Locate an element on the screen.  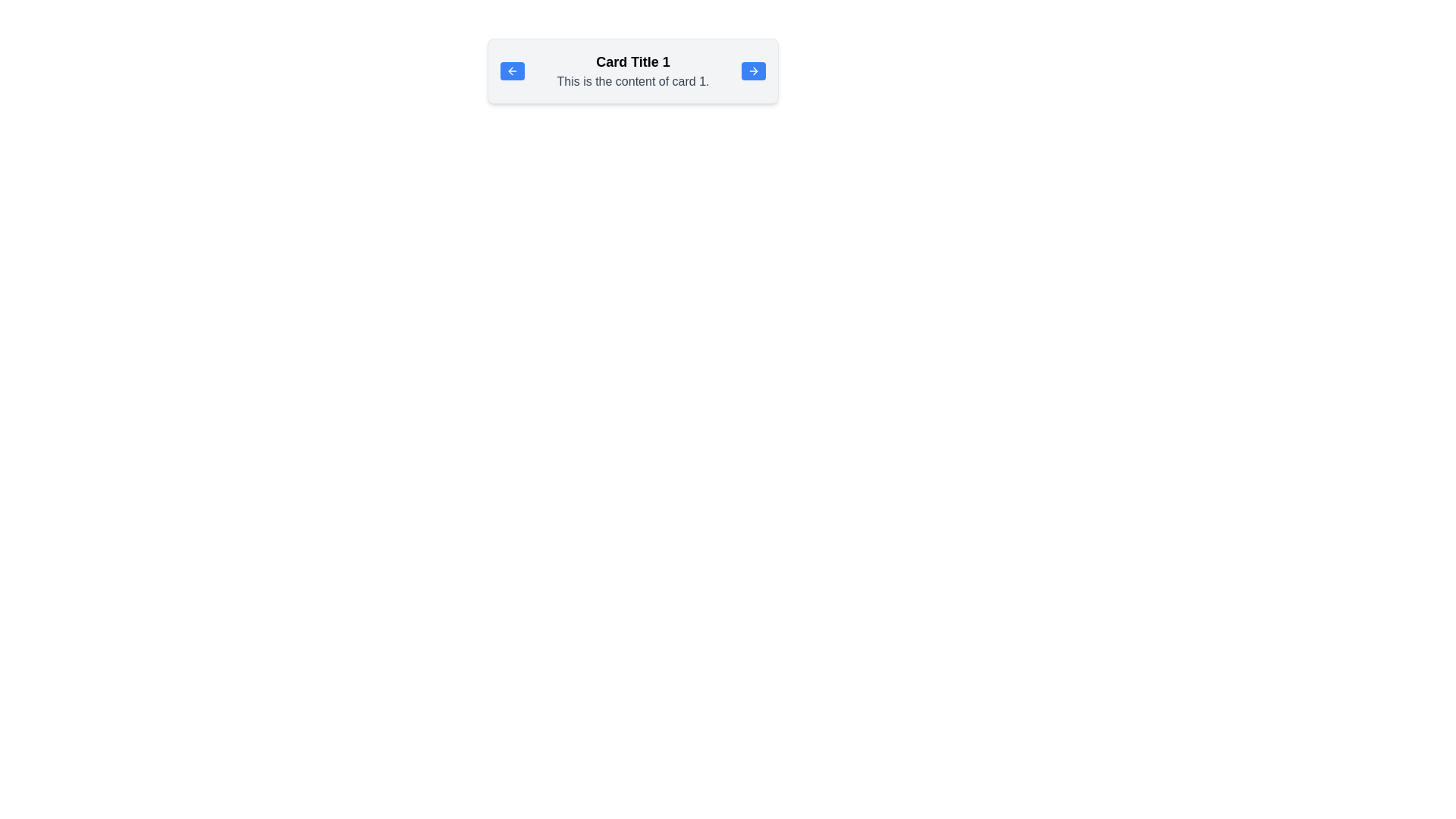
text content of the text block displaying 'This is the content of card 1.' which is styled in gray and located below the title 'Card Title 1' is located at coordinates (633, 82).